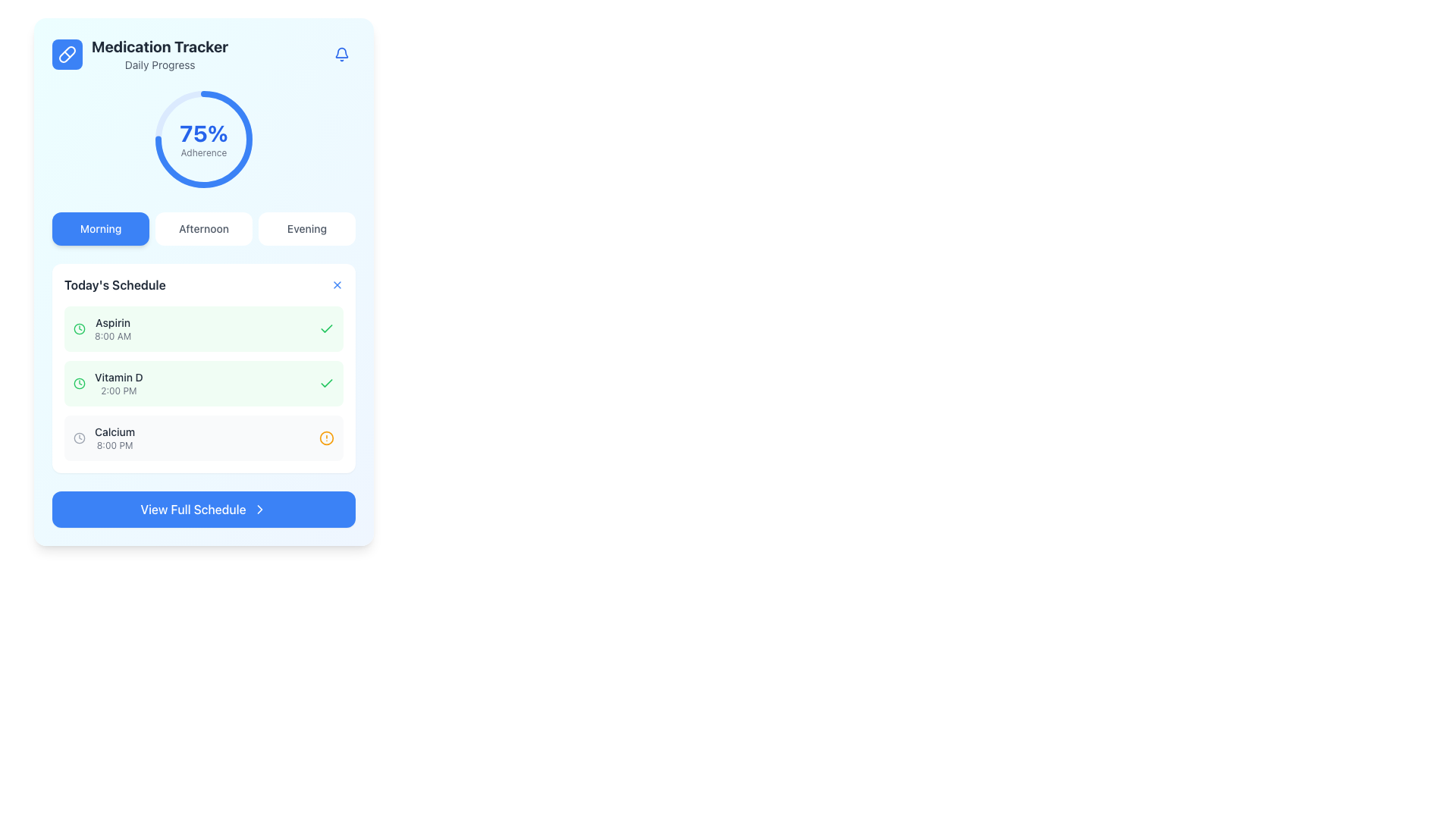 Image resolution: width=1456 pixels, height=819 pixels. I want to click on the list item displaying 'Vitamin D' in the second row of the 'Today's Schedule' section, which is located between 'Aspirin 8:00 AM' and 'Calcium 8:00 PM', so click(107, 382).